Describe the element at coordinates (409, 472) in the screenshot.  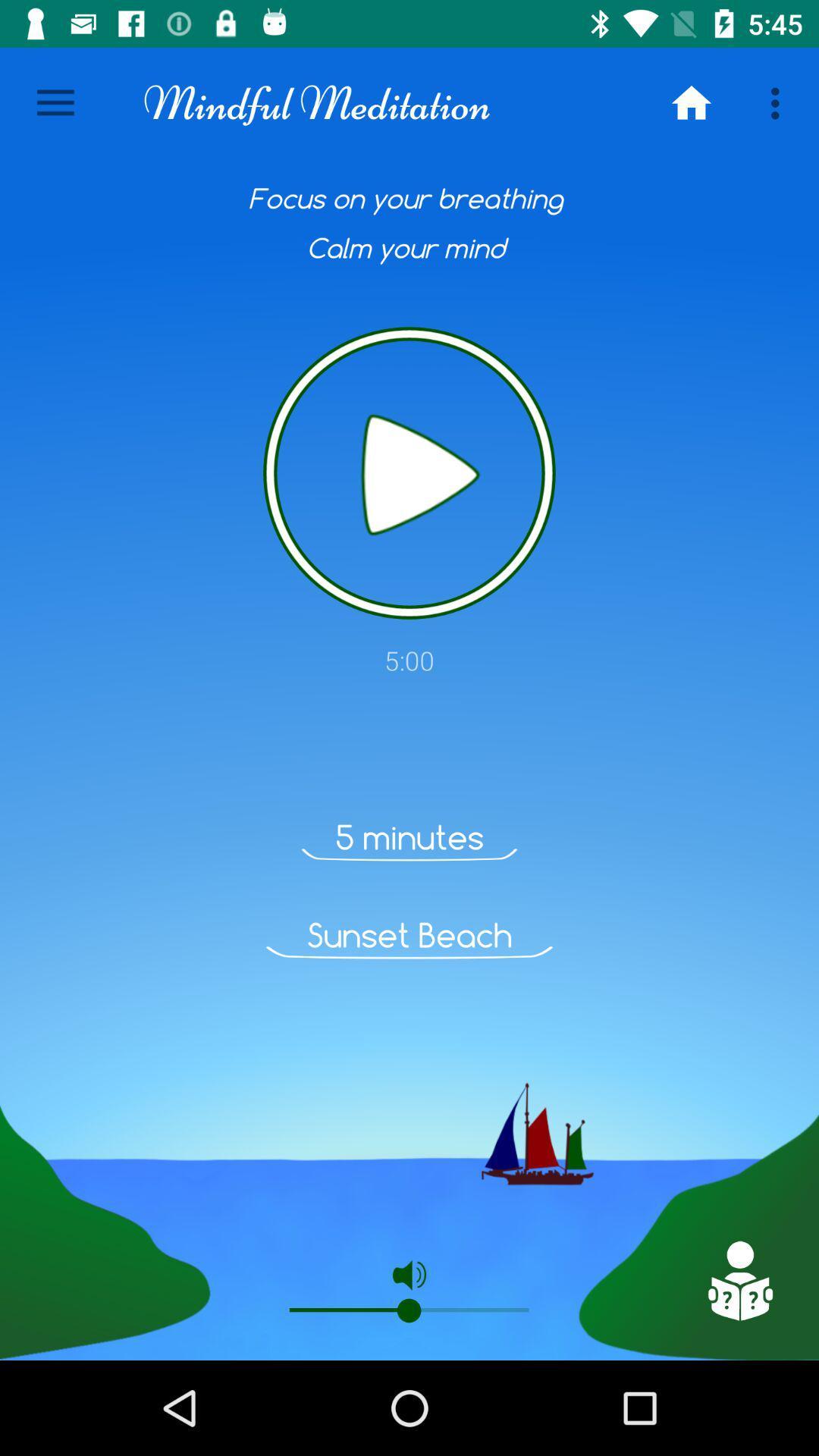
I see `item below the focus on your icon` at that location.